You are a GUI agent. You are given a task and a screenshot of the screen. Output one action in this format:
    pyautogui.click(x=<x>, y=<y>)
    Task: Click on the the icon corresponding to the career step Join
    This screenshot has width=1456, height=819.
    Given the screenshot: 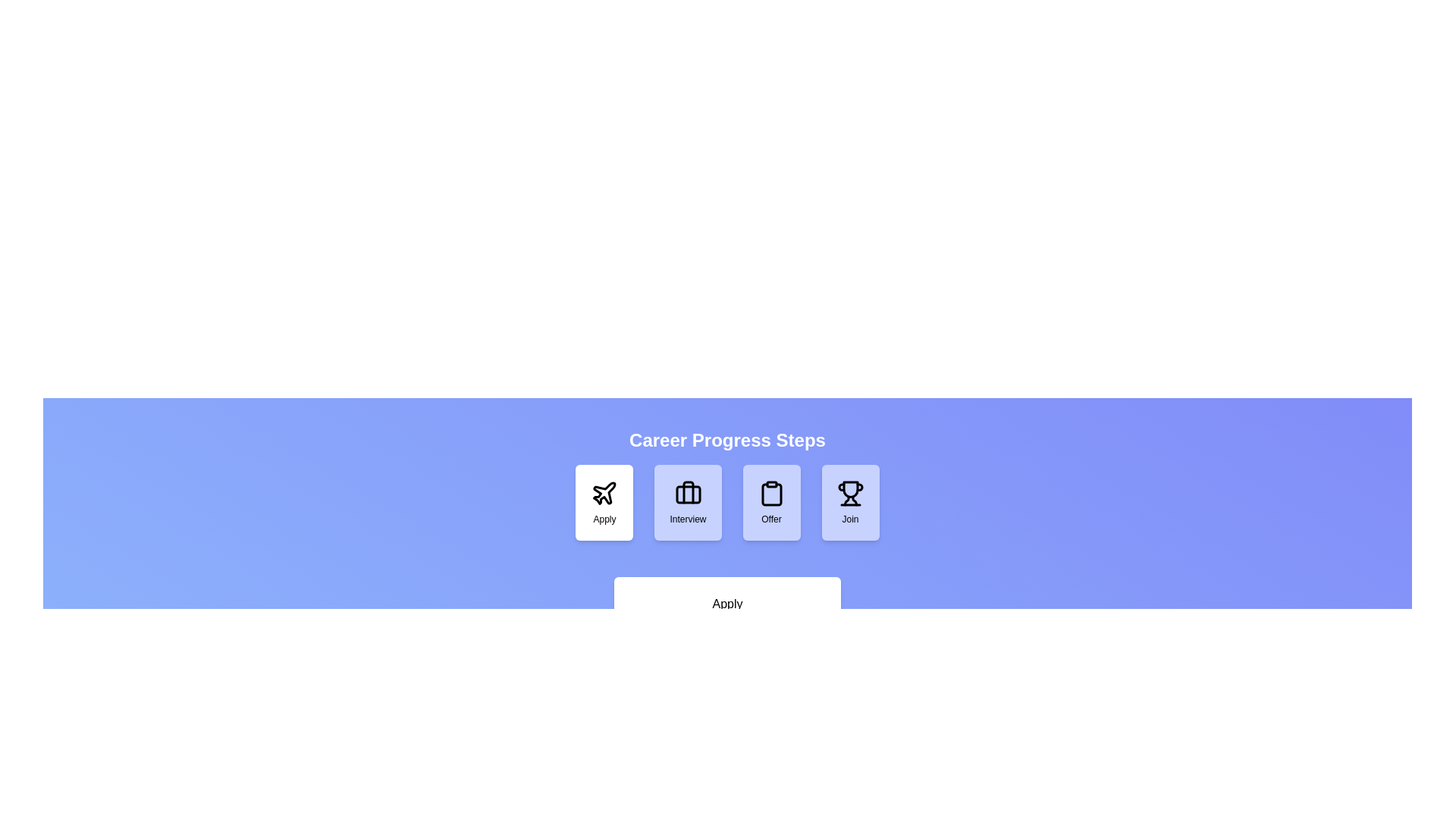 What is the action you would take?
    pyautogui.click(x=850, y=503)
    